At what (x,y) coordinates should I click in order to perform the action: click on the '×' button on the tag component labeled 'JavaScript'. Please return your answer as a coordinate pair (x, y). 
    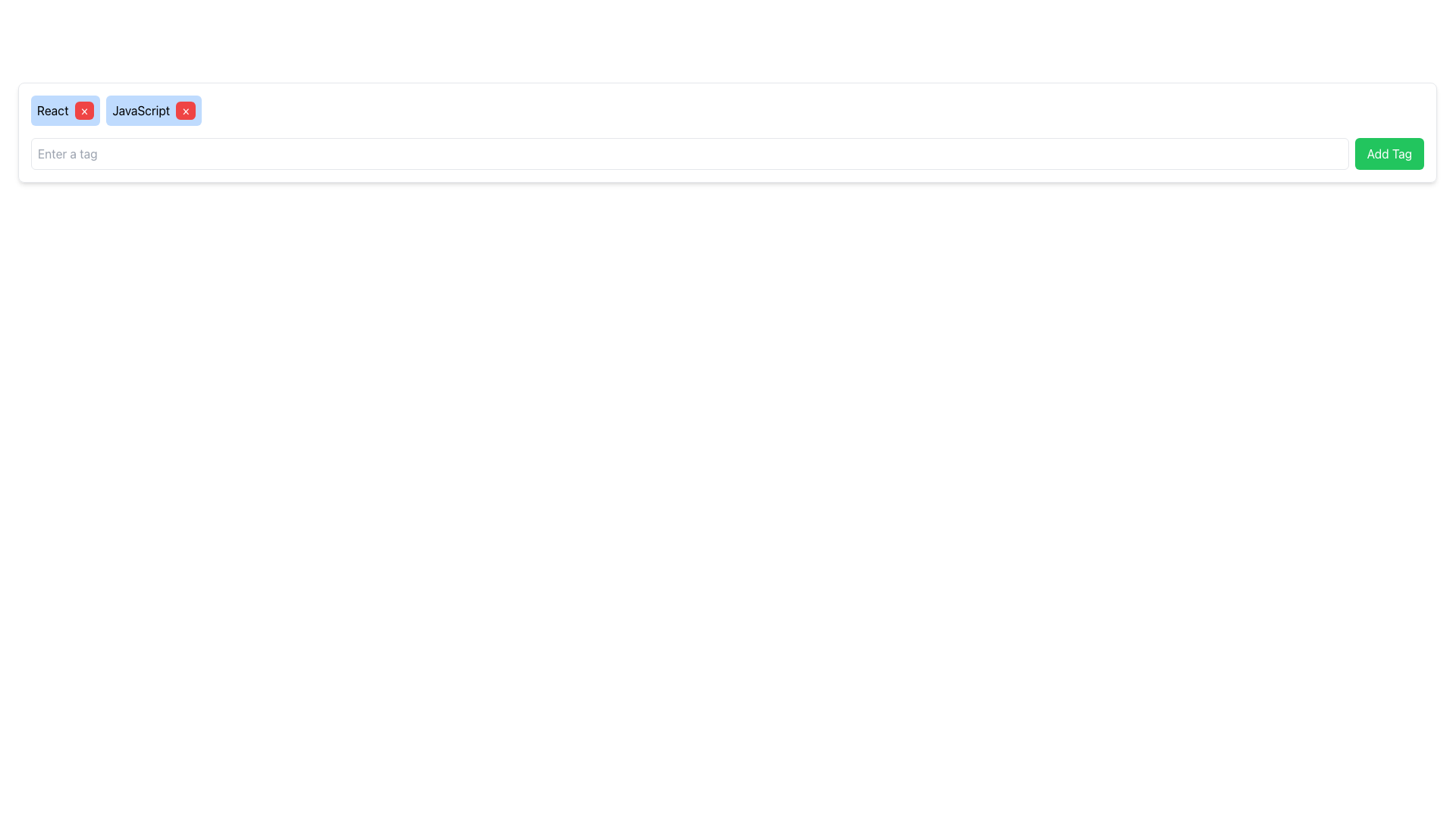
    Looking at the image, I should click on (154, 110).